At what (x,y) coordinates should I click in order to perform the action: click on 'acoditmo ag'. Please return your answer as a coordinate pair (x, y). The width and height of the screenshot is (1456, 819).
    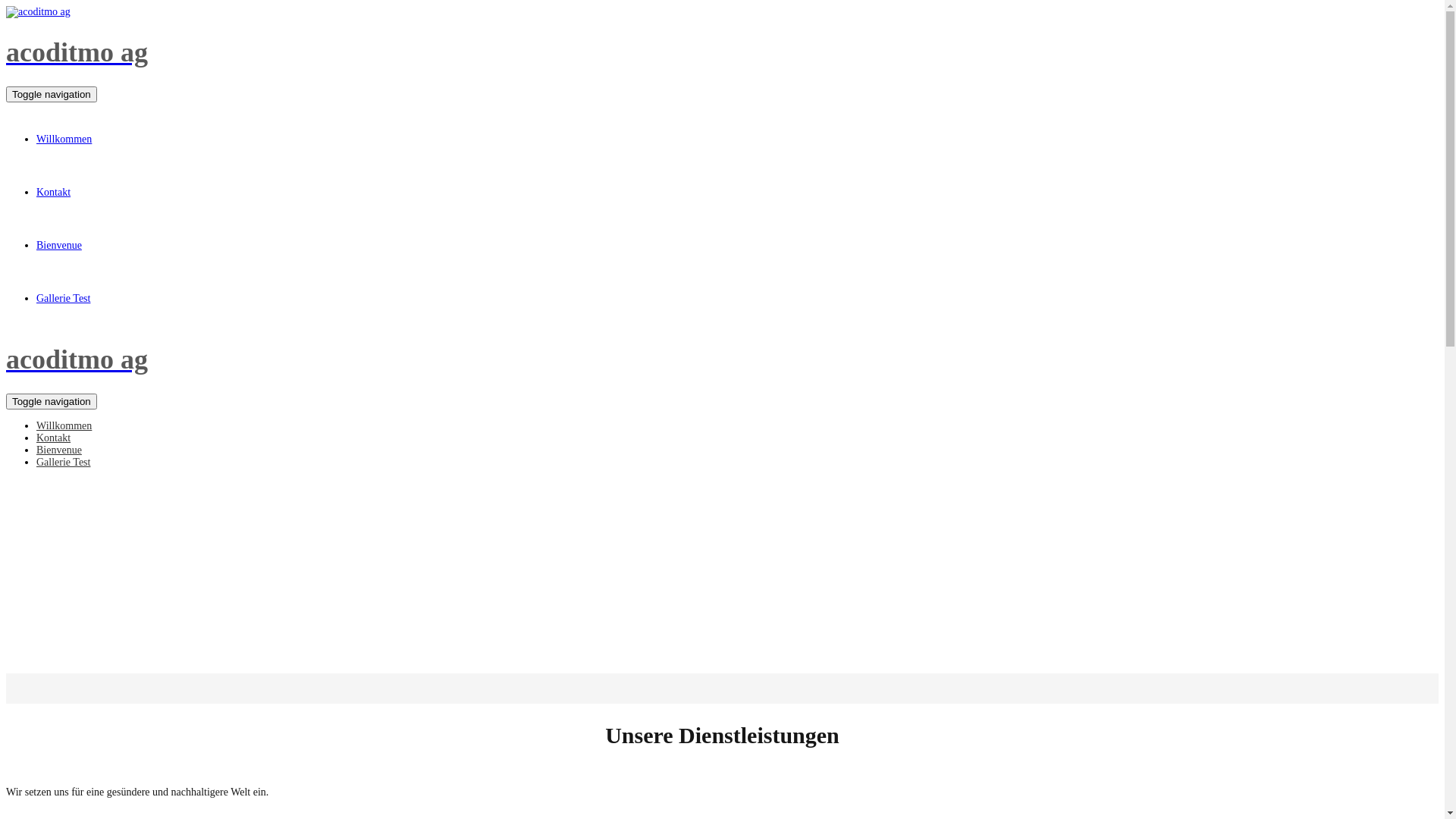
    Looking at the image, I should click on (721, 359).